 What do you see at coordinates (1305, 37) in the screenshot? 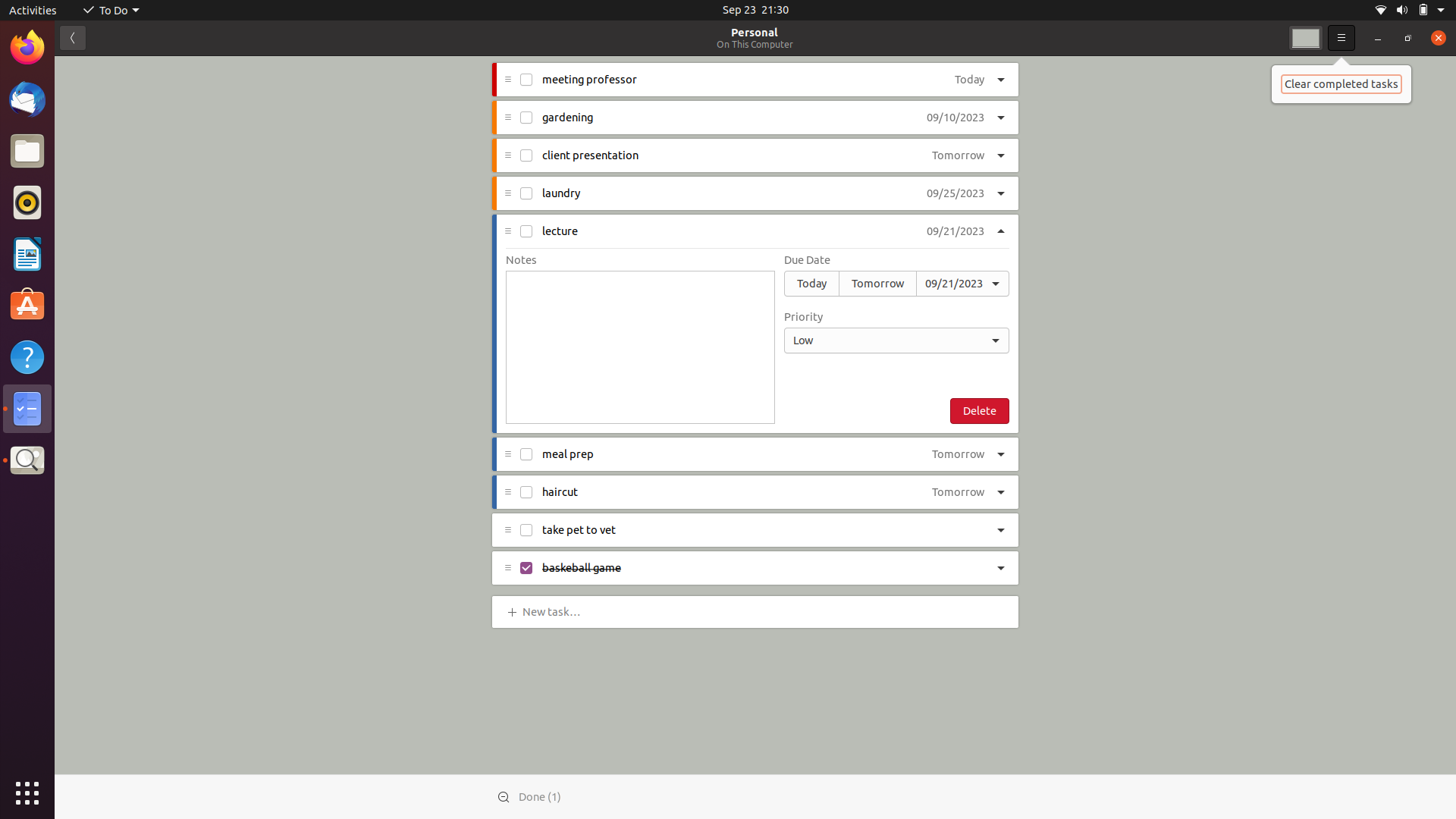
I see `the background color to the second listed option in the menu` at bounding box center [1305, 37].